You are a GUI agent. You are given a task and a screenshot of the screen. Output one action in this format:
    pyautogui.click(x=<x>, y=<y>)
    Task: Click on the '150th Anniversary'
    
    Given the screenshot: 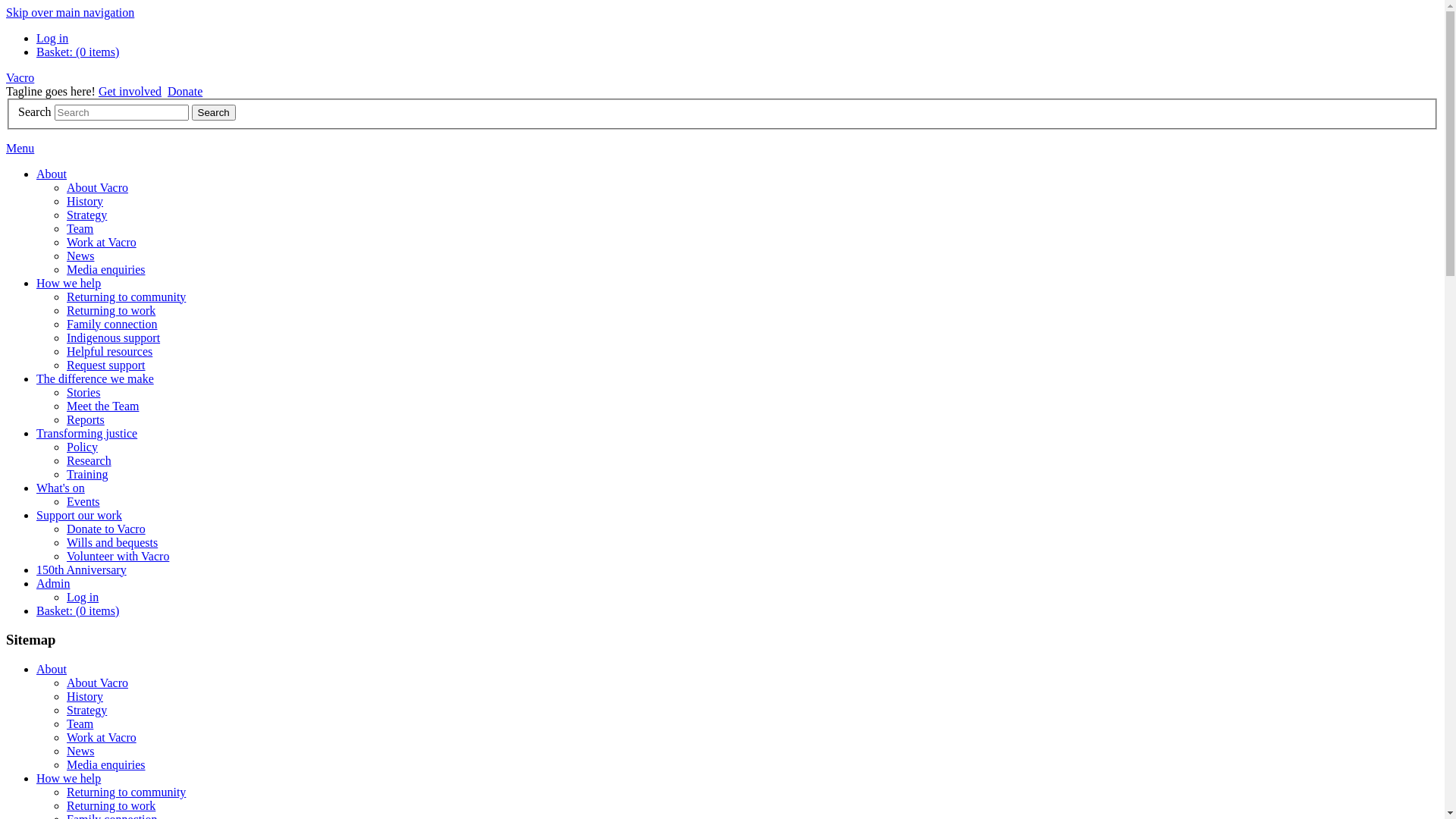 What is the action you would take?
    pyautogui.click(x=80, y=570)
    